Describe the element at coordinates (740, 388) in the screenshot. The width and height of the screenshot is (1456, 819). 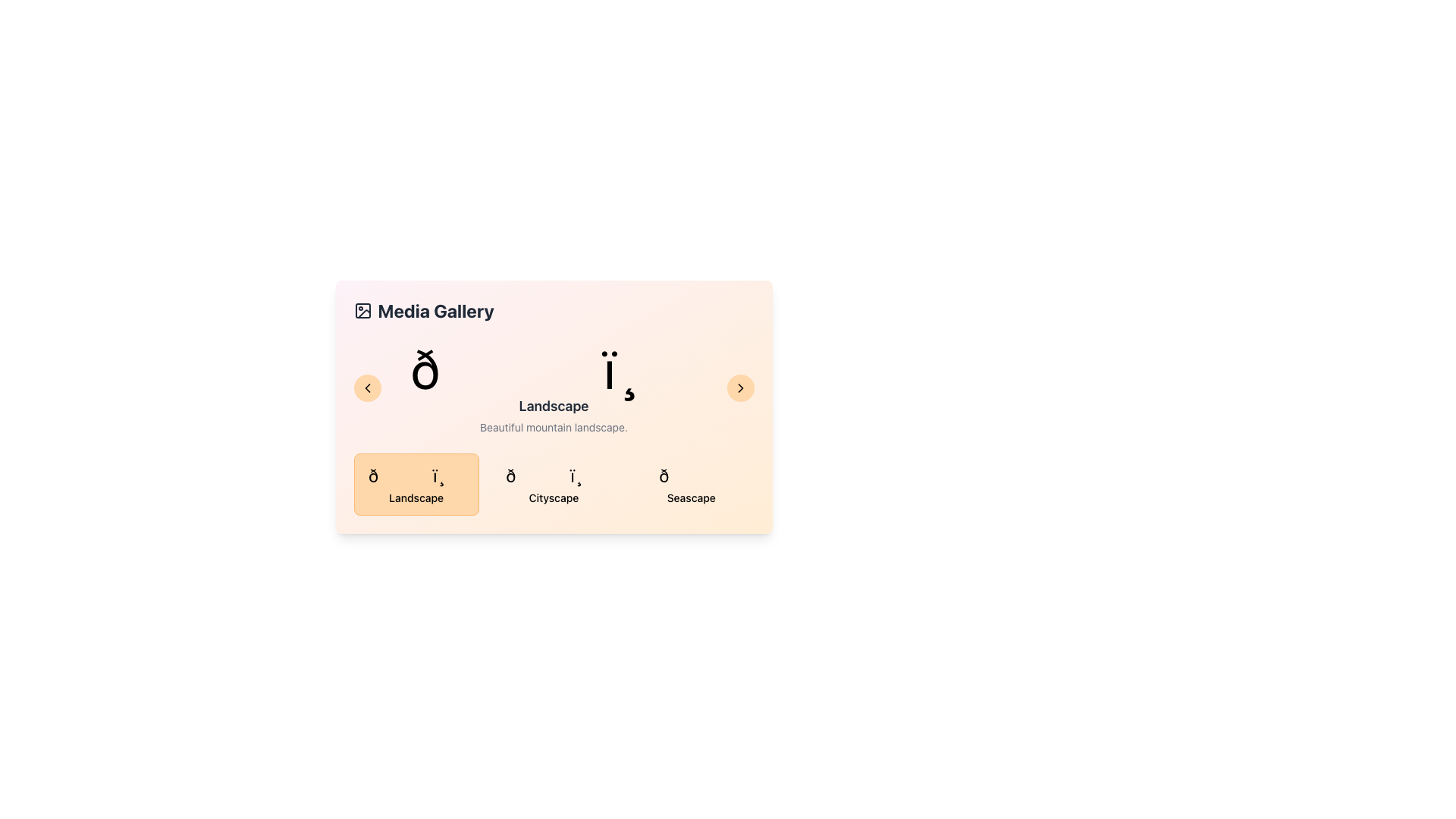
I see `the right-pointing chevron arrow icon located in the top right corner of the media gallery card` at that location.